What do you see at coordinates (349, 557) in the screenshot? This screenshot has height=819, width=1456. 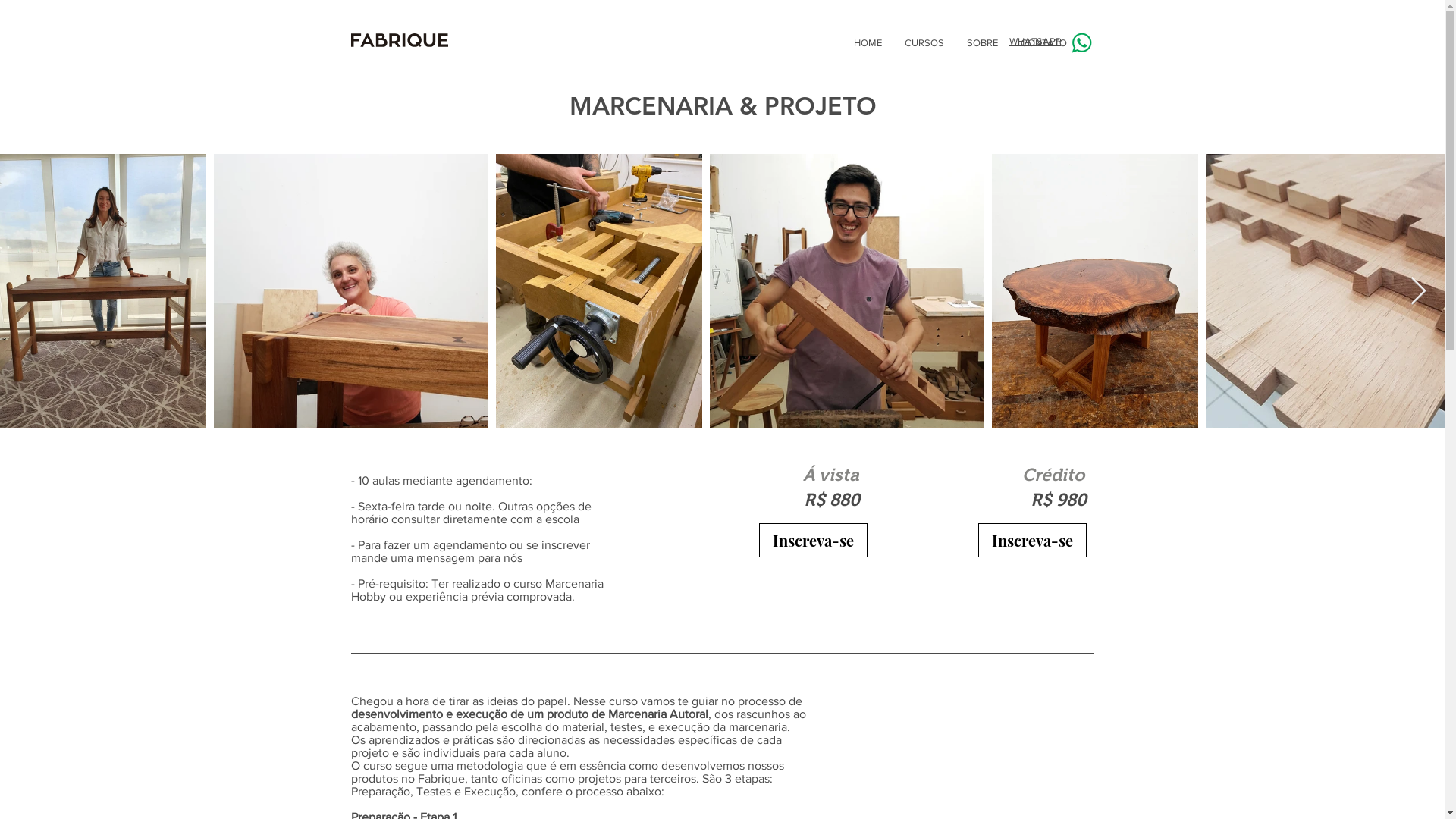 I see `'mande uma mensagem'` at bounding box center [349, 557].